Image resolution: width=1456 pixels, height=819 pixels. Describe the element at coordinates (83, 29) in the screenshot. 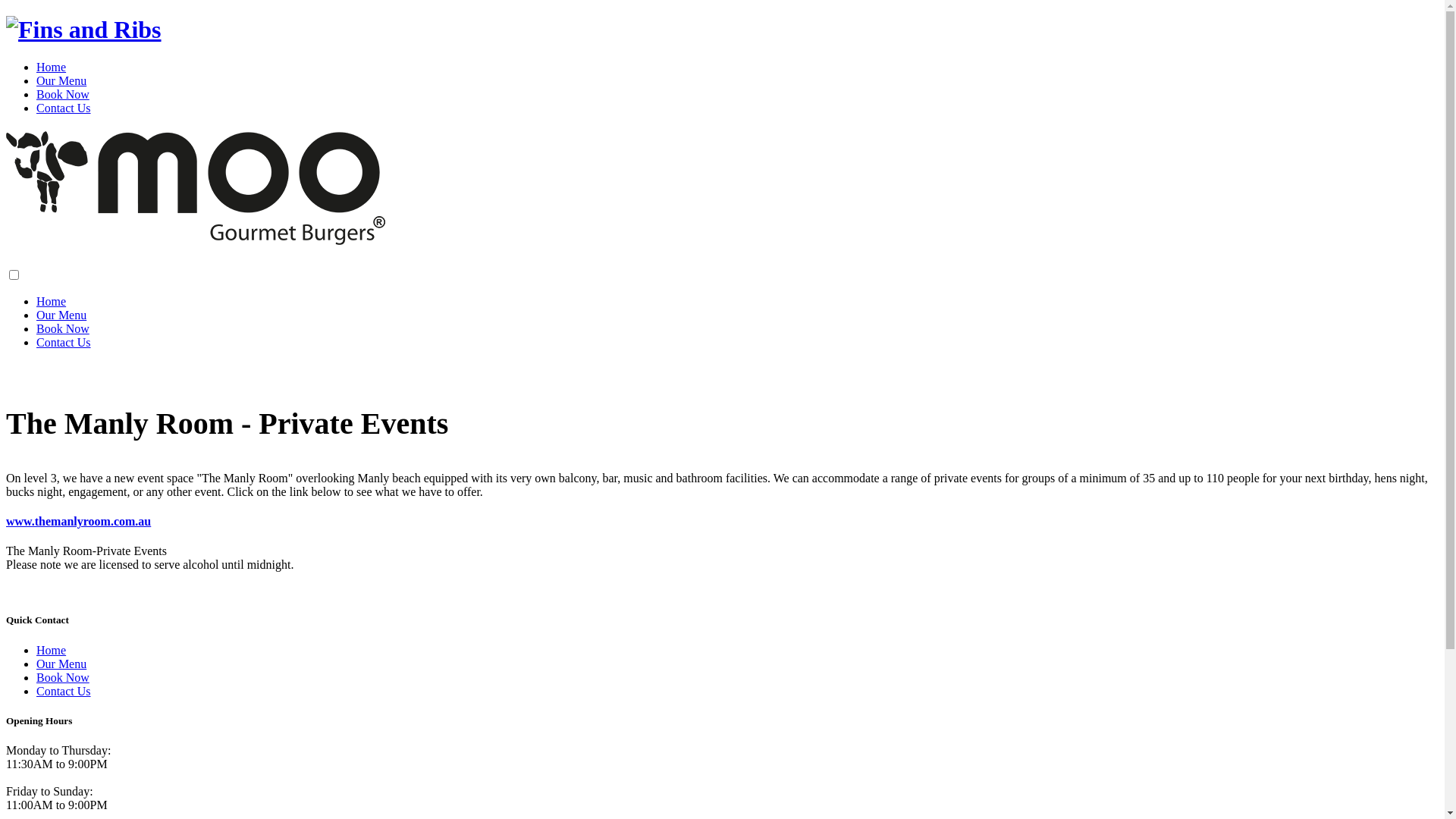

I see `'Moo Gourmet Burgers'` at that location.